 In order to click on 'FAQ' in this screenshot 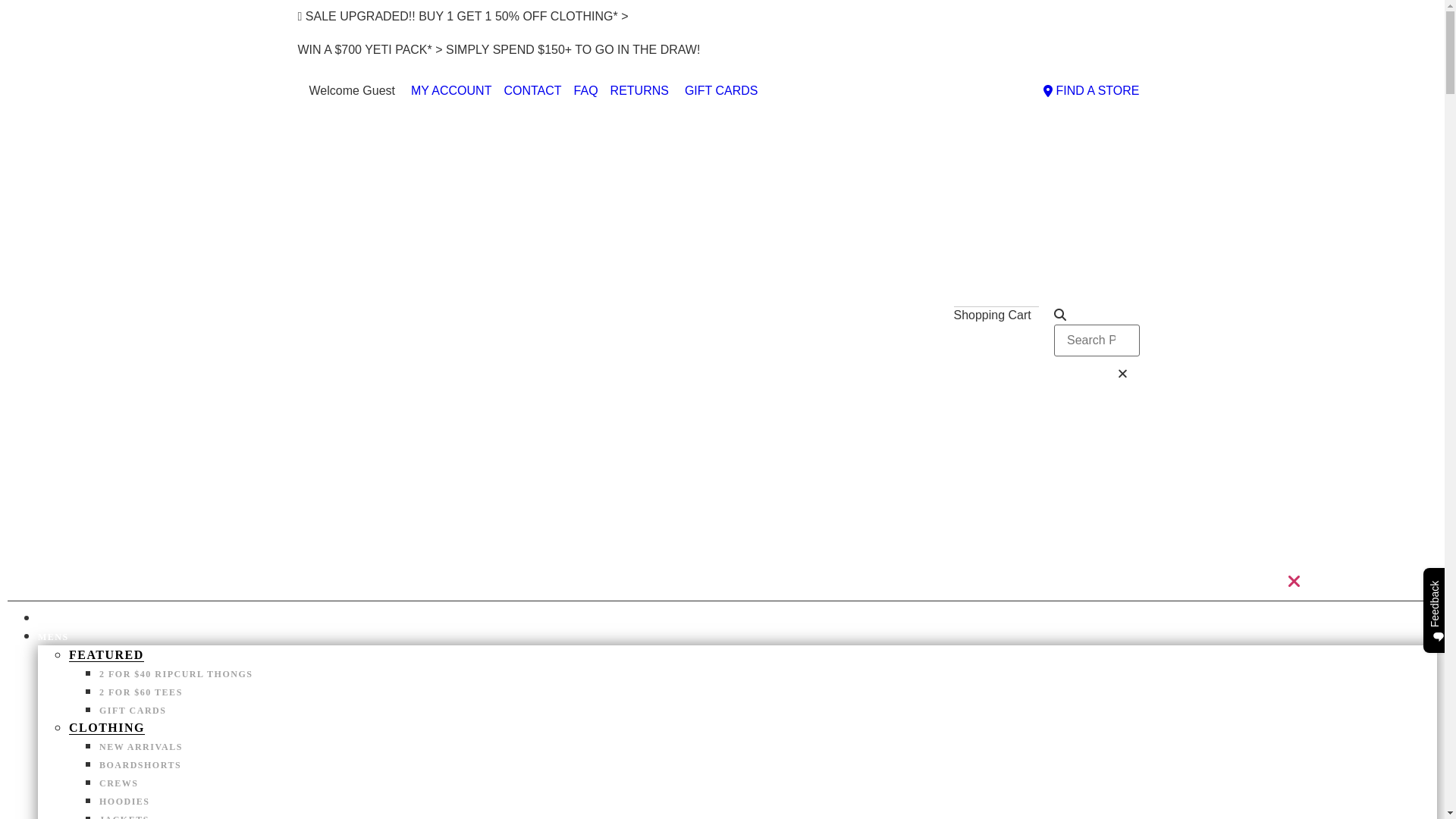, I will do `click(585, 90)`.